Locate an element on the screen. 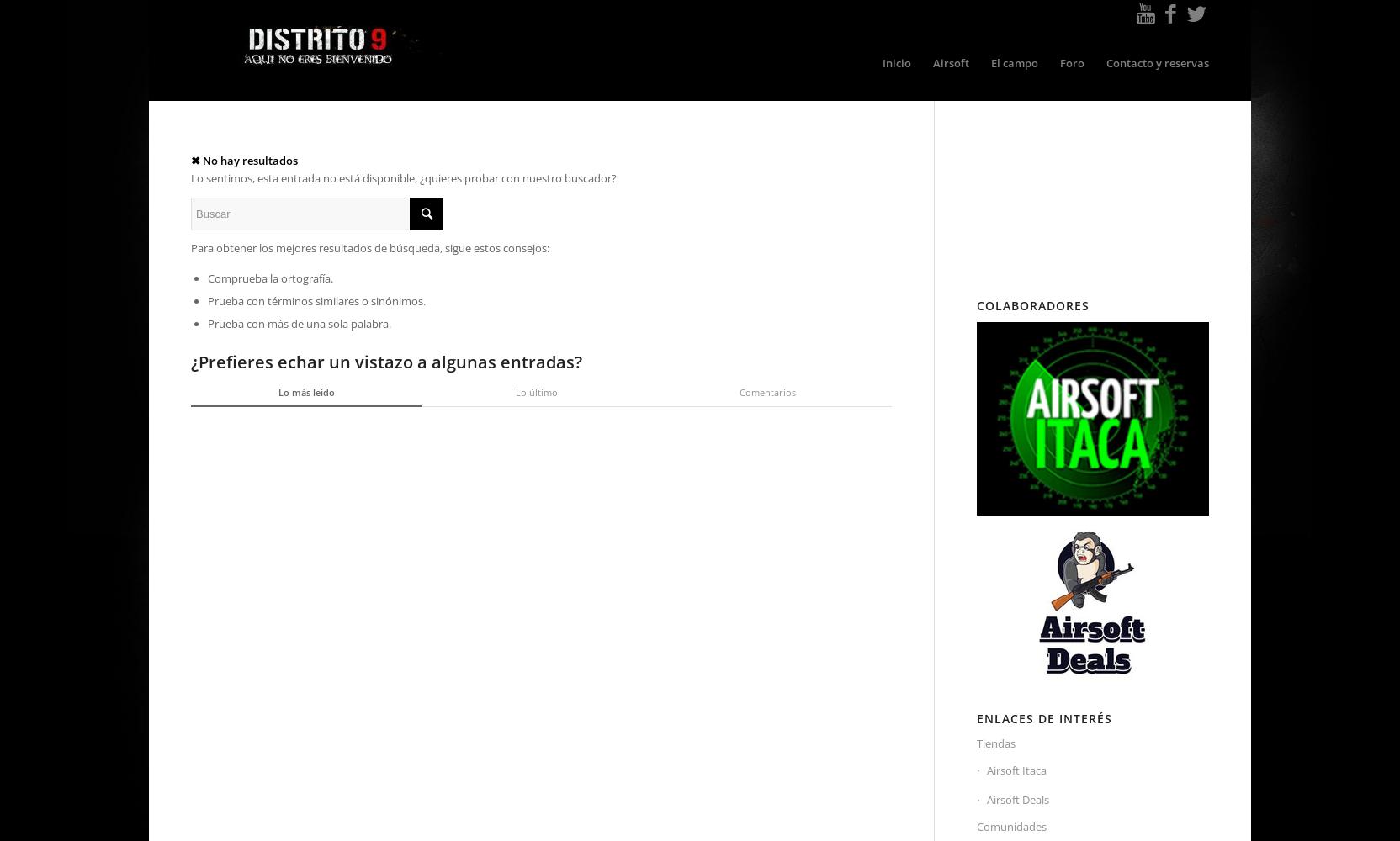  'Prueba con términos similares o sinónimos.' is located at coordinates (207, 299).